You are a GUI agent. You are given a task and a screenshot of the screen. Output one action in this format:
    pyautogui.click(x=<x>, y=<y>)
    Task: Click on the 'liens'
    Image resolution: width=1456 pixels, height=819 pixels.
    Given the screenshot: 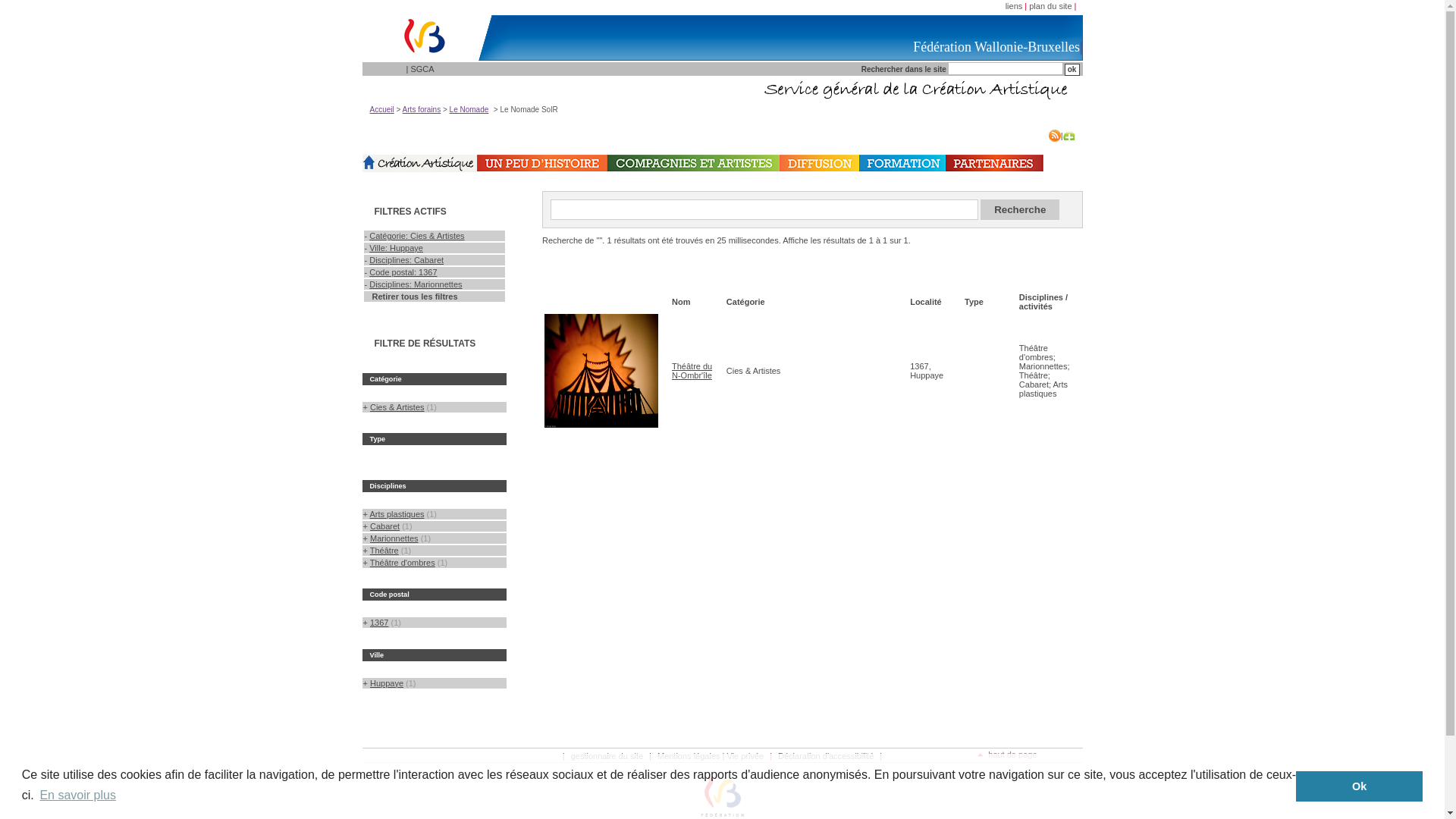 What is the action you would take?
    pyautogui.click(x=1014, y=5)
    